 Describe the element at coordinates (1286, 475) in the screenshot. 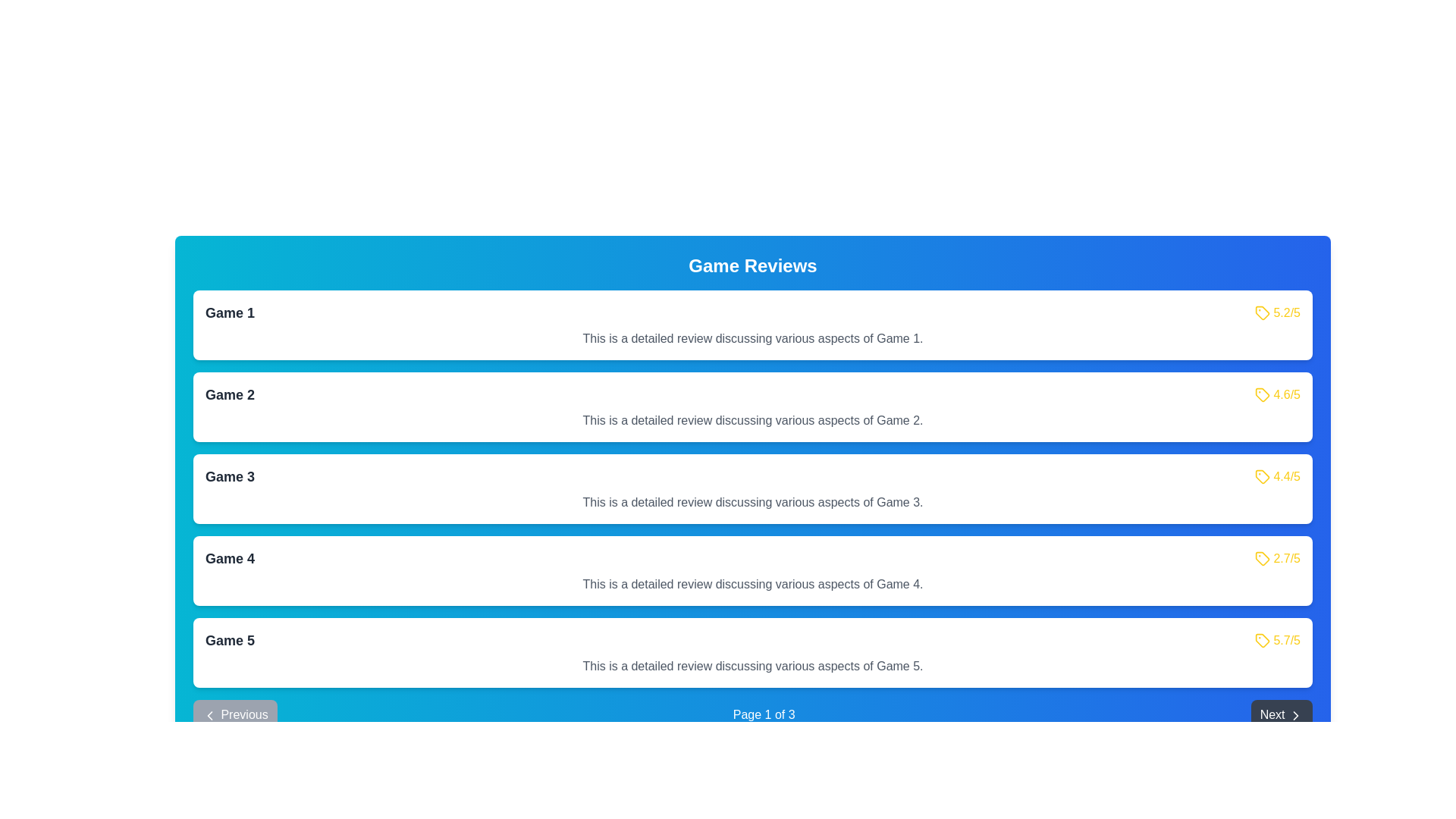

I see `displayed text '4.4/5' from the Text Display element, which is in bold yellow font and indicates a rating for 'Game 3'` at that location.